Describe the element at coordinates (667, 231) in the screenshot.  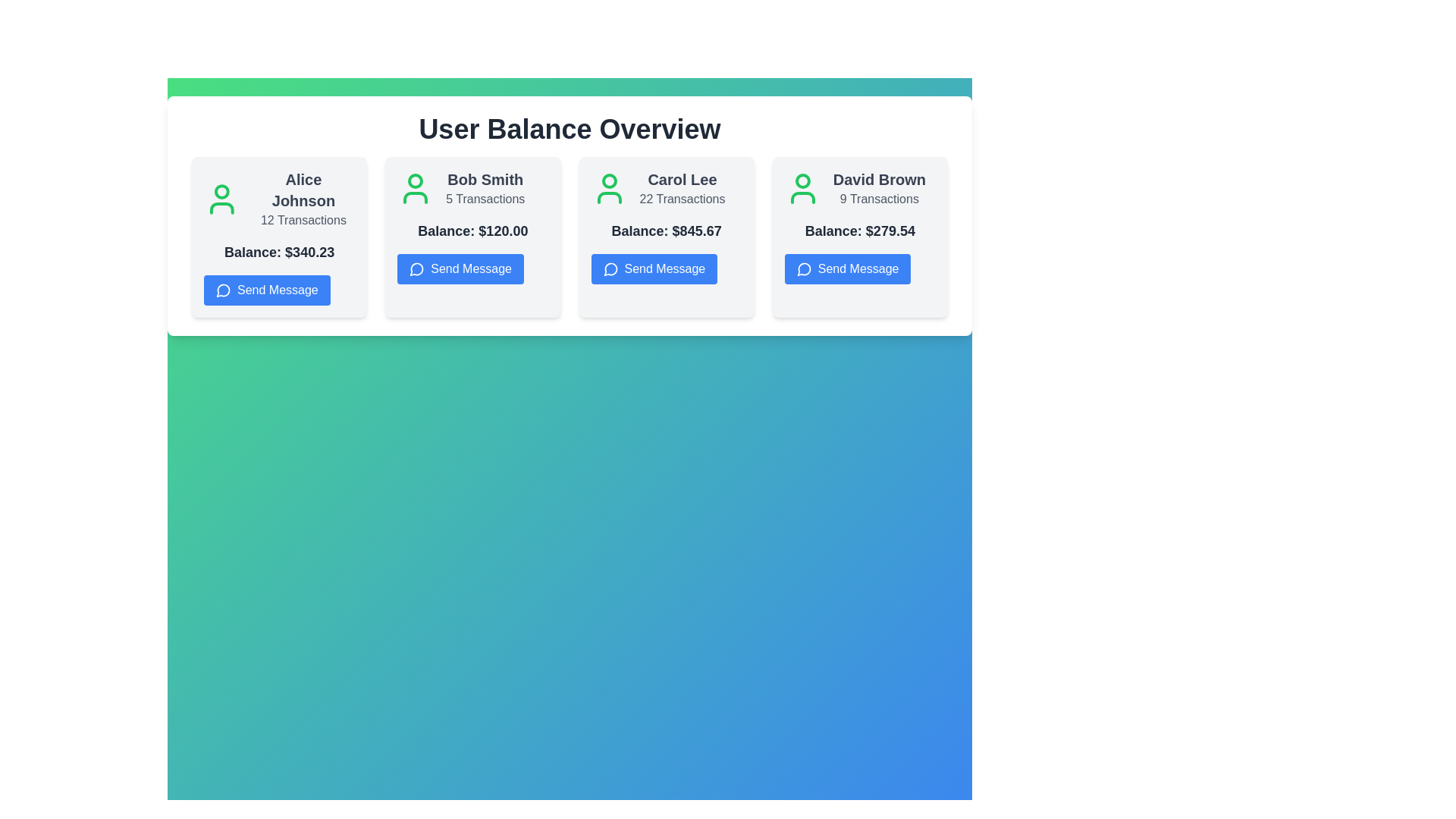
I see `the balance display text within the third user information card, which shows the current balance of the user and is positioned below the user's name and transaction count text` at that location.